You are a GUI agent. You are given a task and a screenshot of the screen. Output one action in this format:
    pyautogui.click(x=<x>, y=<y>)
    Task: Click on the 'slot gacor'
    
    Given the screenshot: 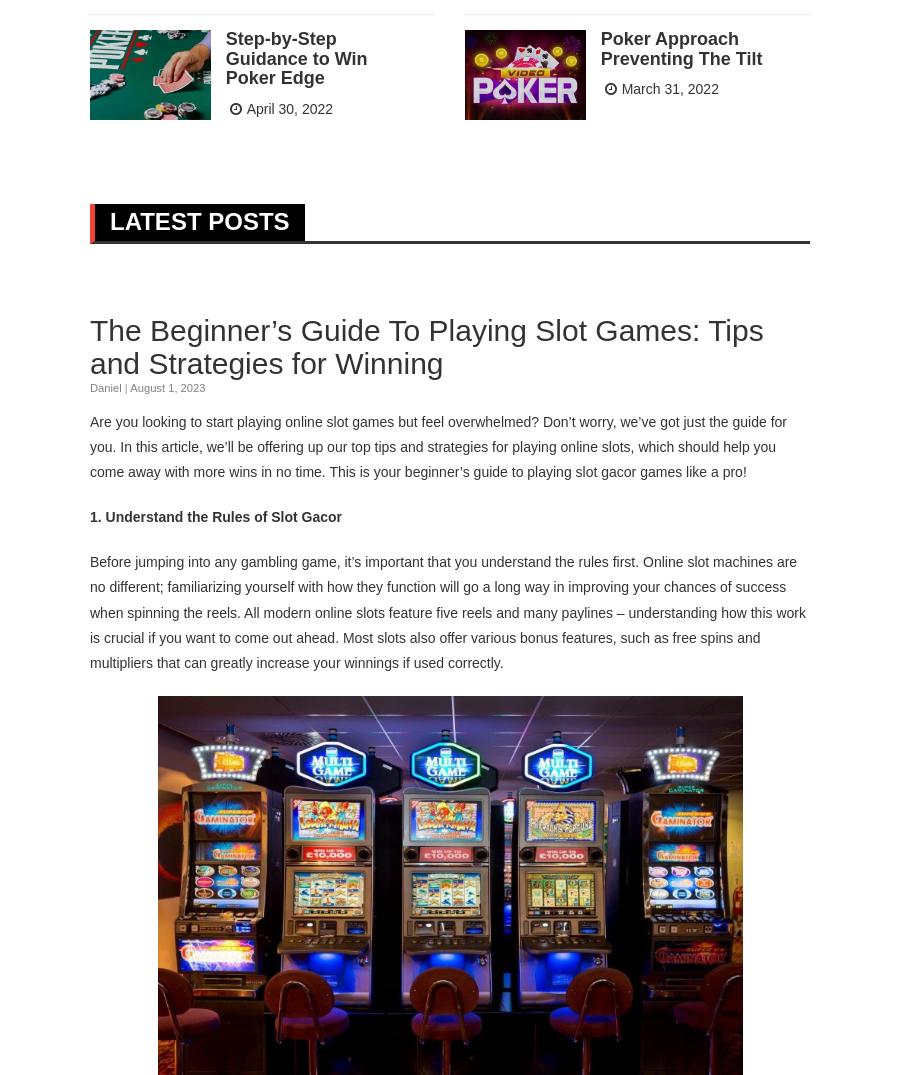 What is the action you would take?
    pyautogui.click(x=605, y=470)
    